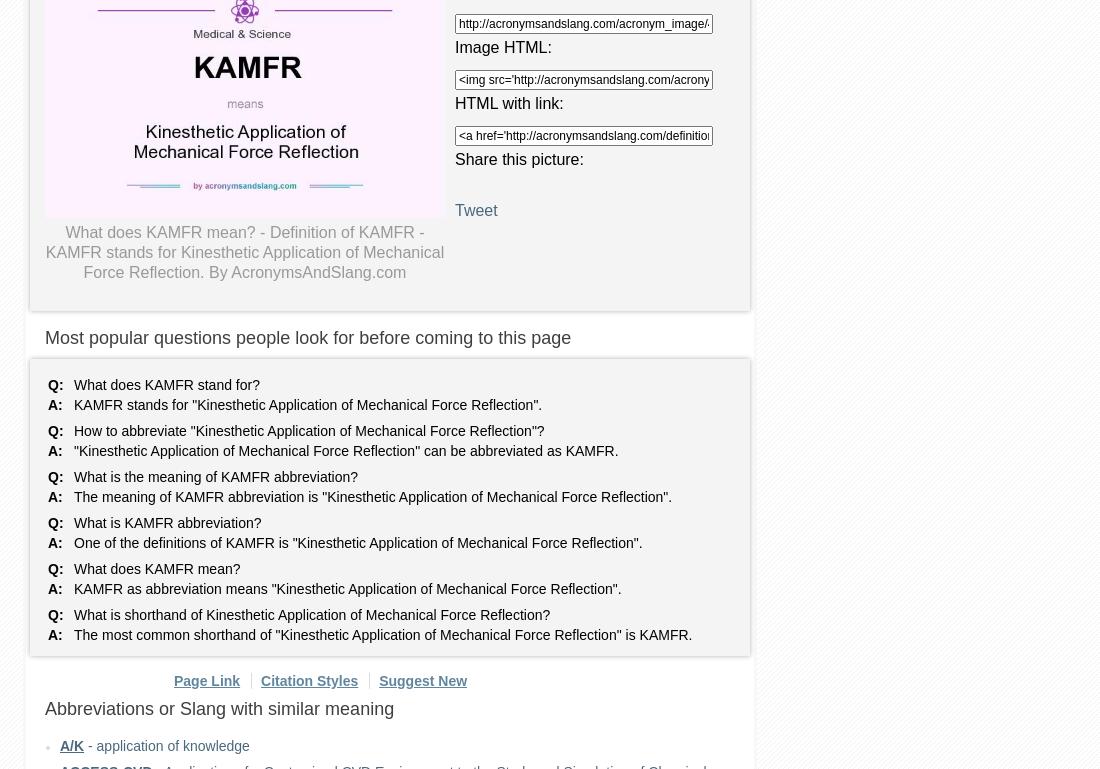  What do you see at coordinates (421, 681) in the screenshot?
I see `'Suggest New'` at bounding box center [421, 681].